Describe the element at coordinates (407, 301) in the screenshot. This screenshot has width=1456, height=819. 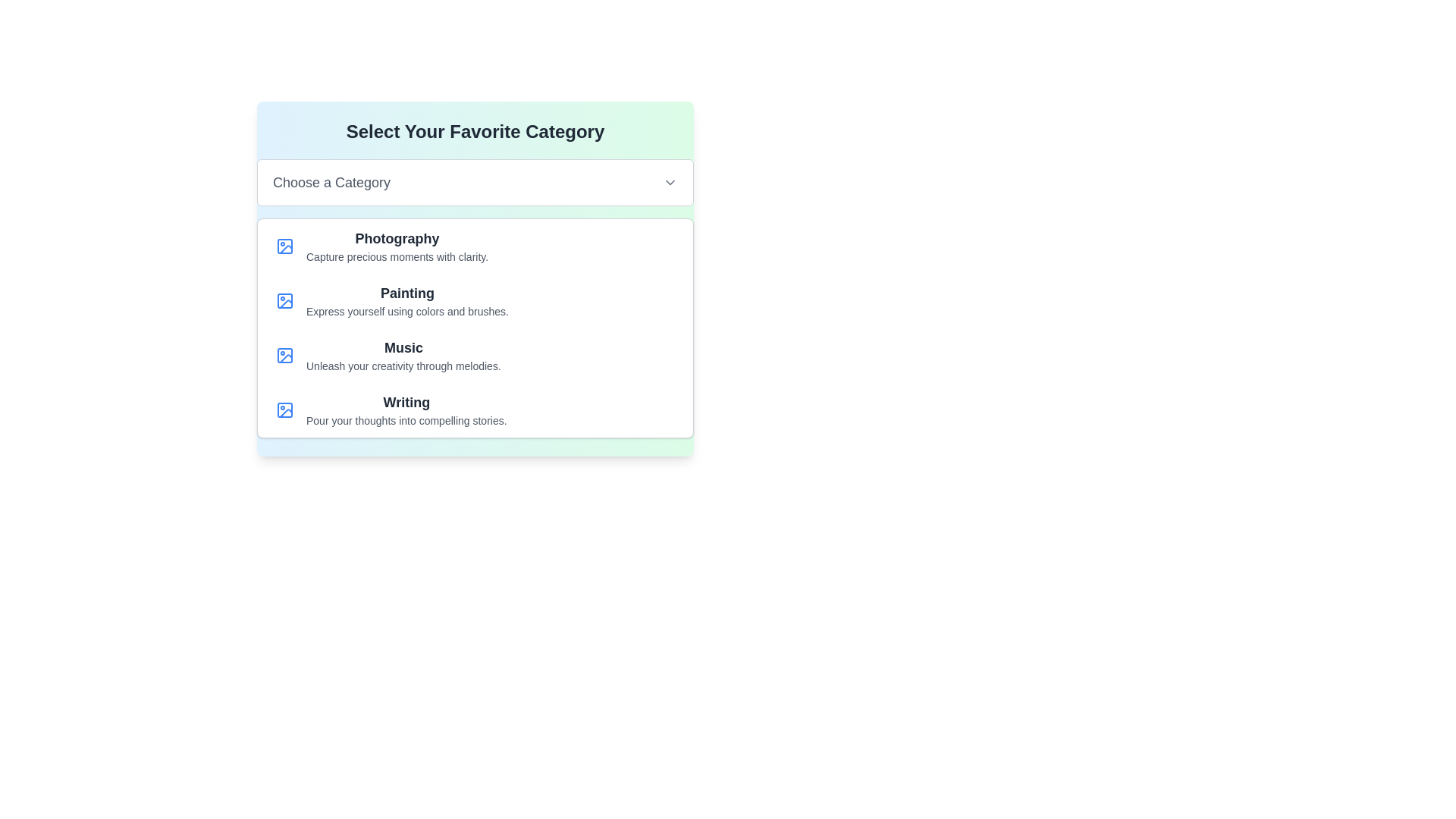
I see `the Text Block labeled 'Painting' that provides a brief description of the category, positioned between 'Photography' and 'Music' in the interface` at that location.